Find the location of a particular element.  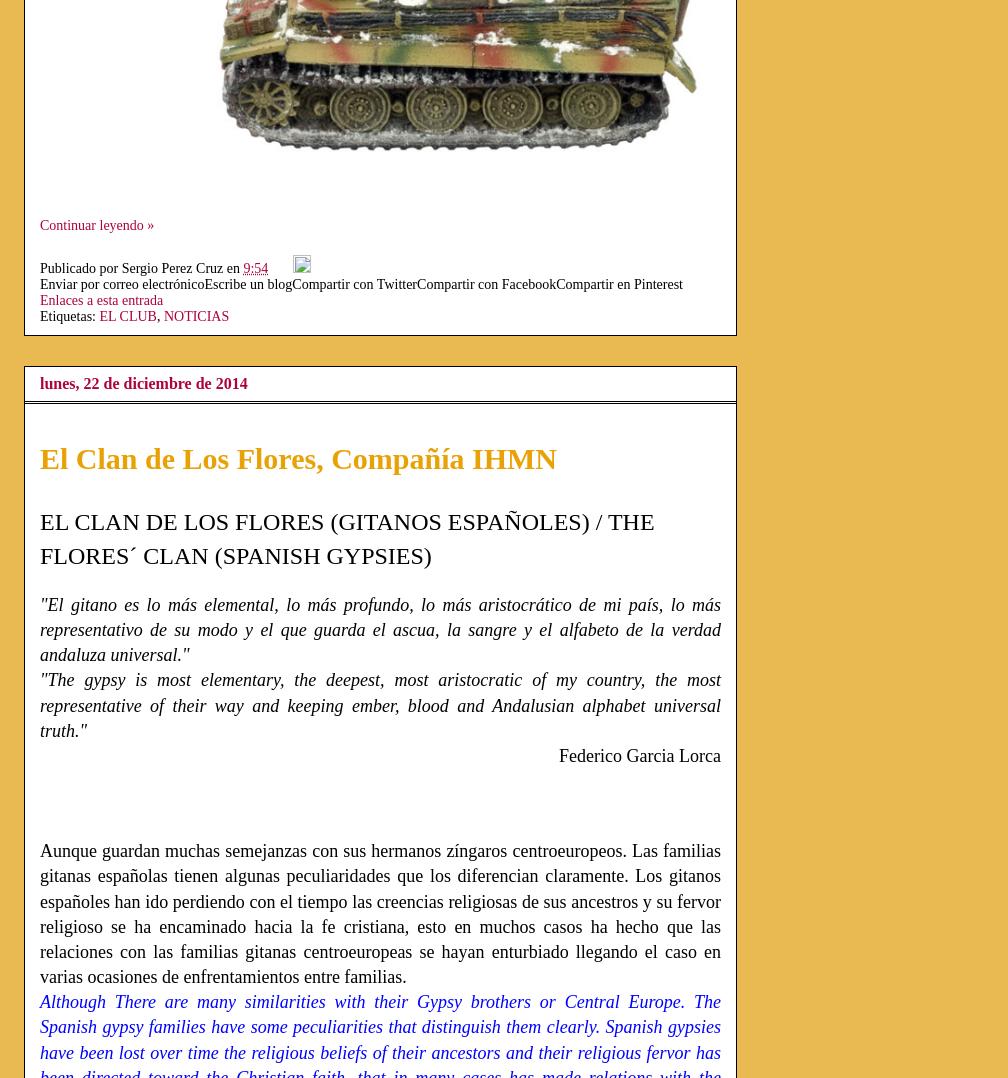

'9:54' is located at coordinates (255, 267).